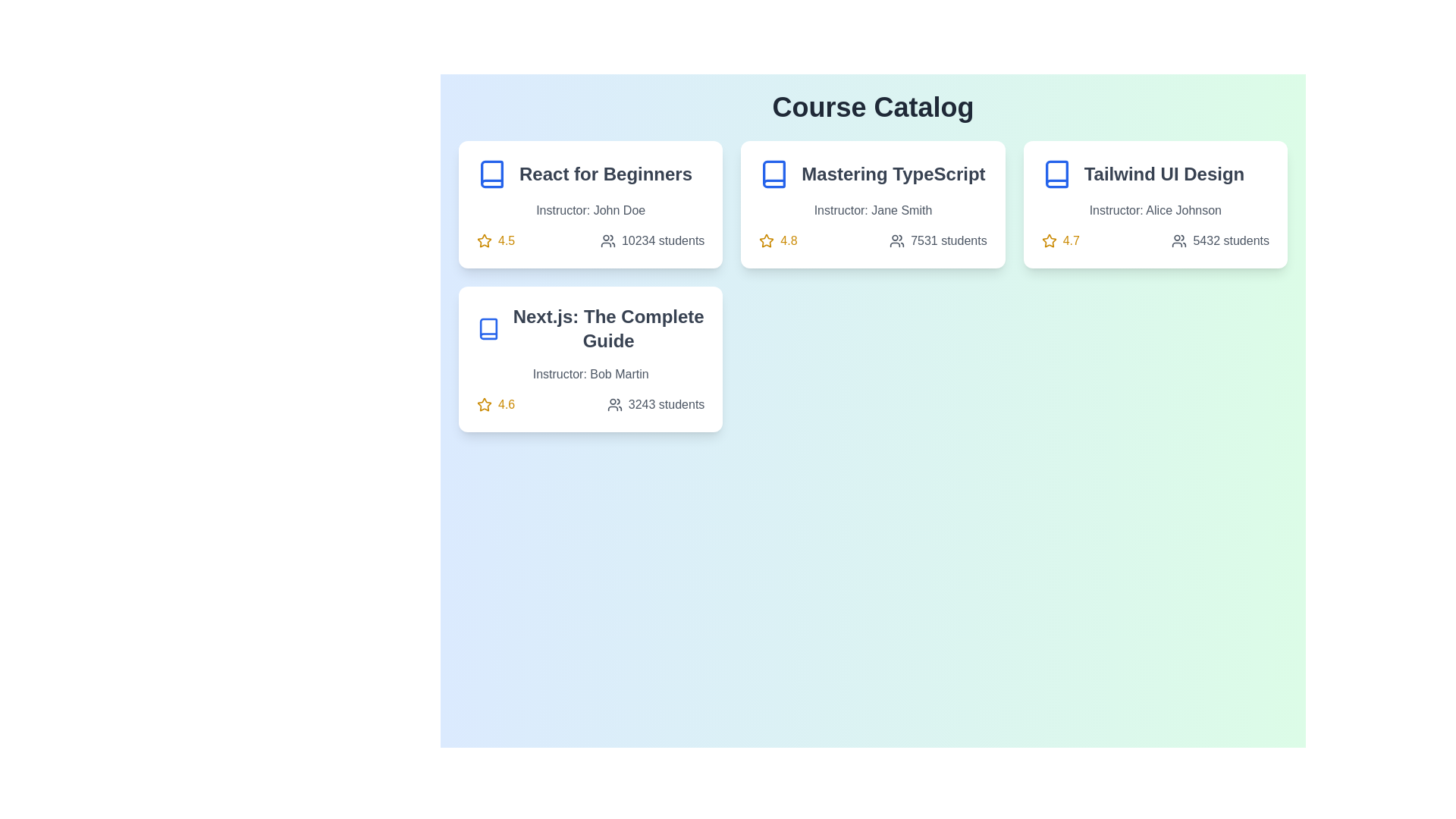  What do you see at coordinates (948, 240) in the screenshot?
I see `text content of the label indicating the number of students enrolled in the course, located in the second card of the upper row, to the right of the user icon` at bounding box center [948, 240].